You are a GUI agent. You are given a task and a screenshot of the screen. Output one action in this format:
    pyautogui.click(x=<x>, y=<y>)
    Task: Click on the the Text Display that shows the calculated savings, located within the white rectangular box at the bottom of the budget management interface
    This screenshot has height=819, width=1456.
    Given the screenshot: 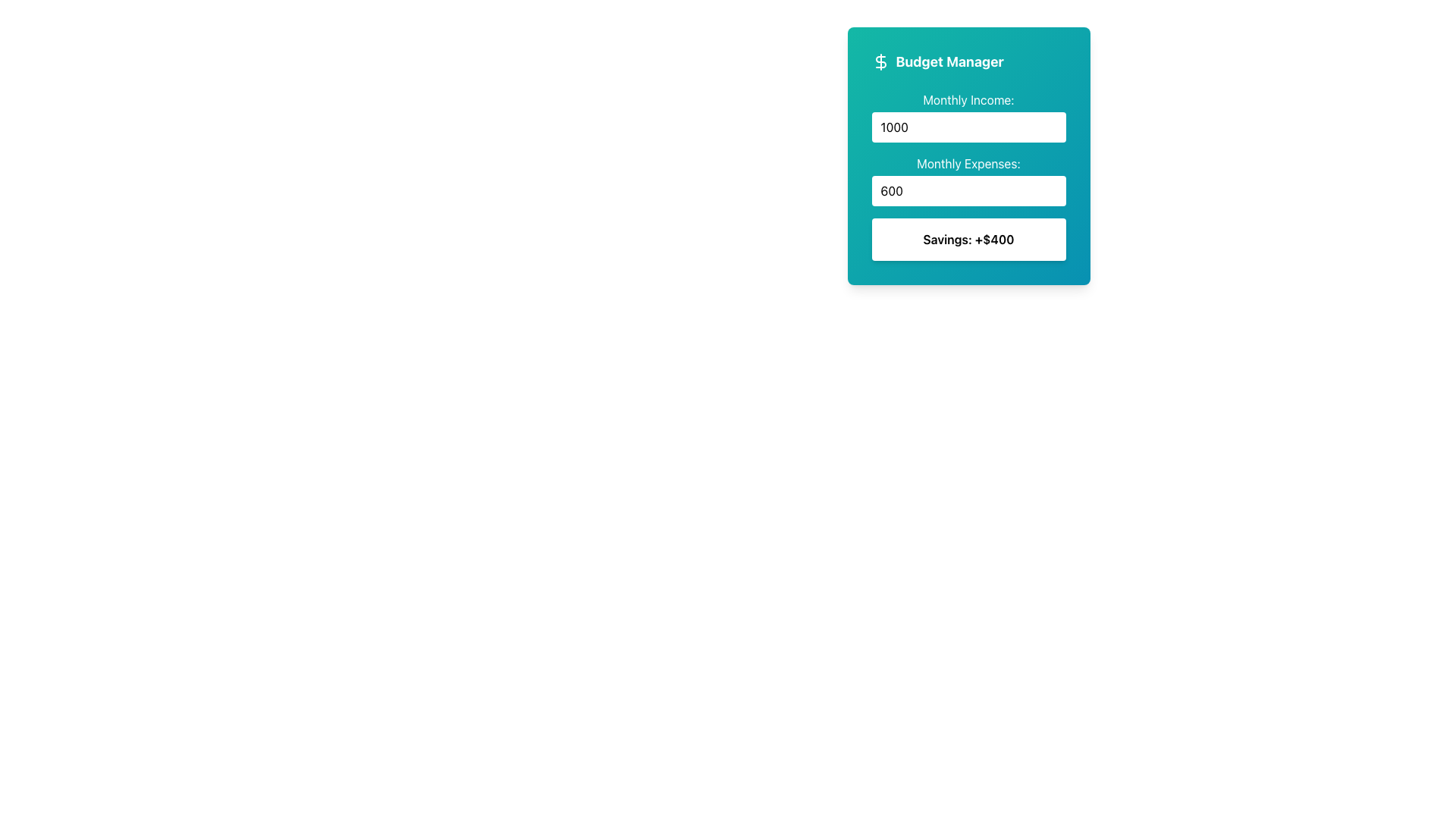 What is the action you would take?
    pyautogui.click(x=968, y=239)
    